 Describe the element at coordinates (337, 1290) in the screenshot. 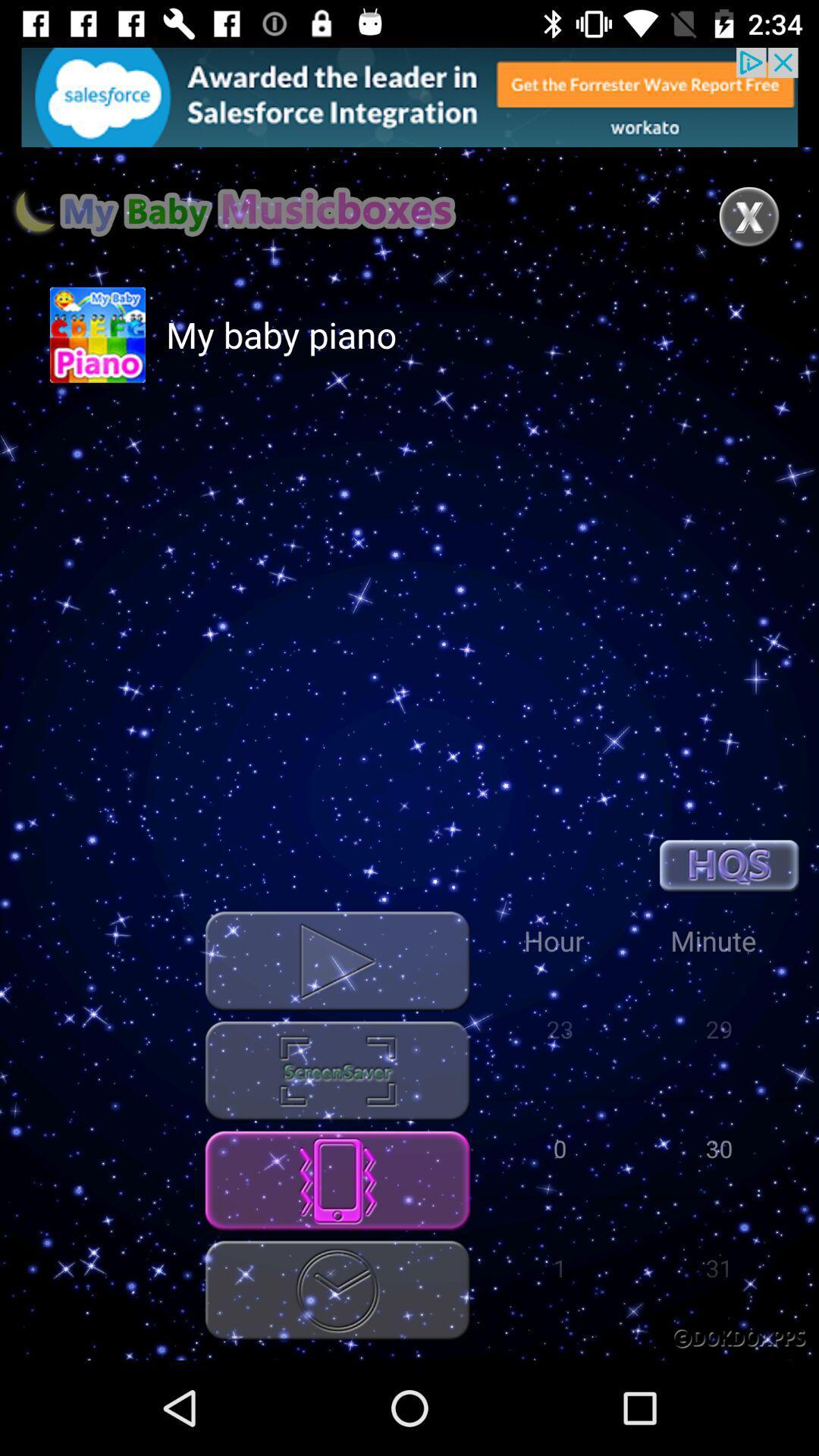

I see `the clock symbol button` at that location.